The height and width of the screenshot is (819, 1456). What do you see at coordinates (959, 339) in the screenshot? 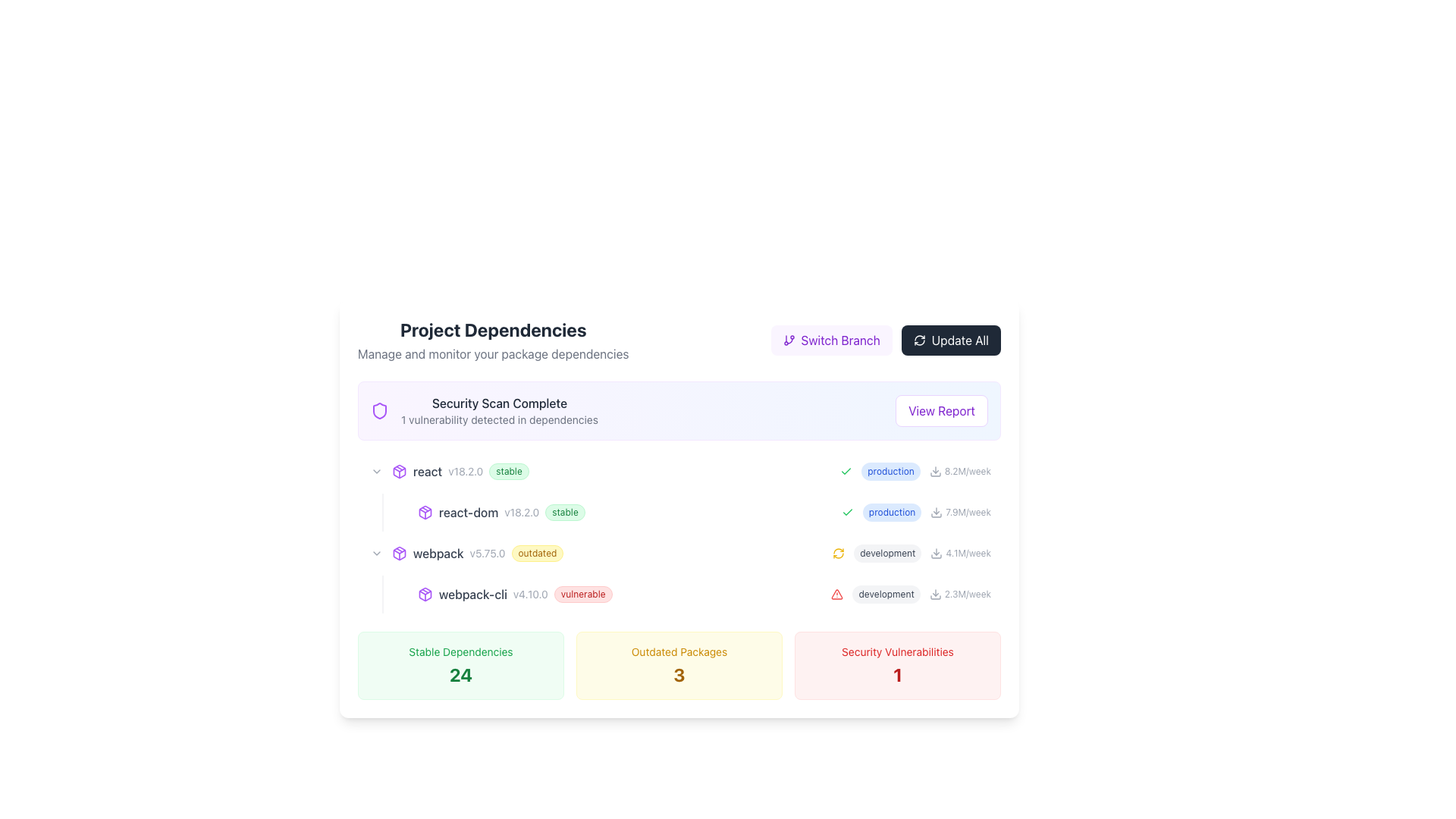
I see `the Text label located at the far right corner of the top bar` at bounding box center [959, 339].